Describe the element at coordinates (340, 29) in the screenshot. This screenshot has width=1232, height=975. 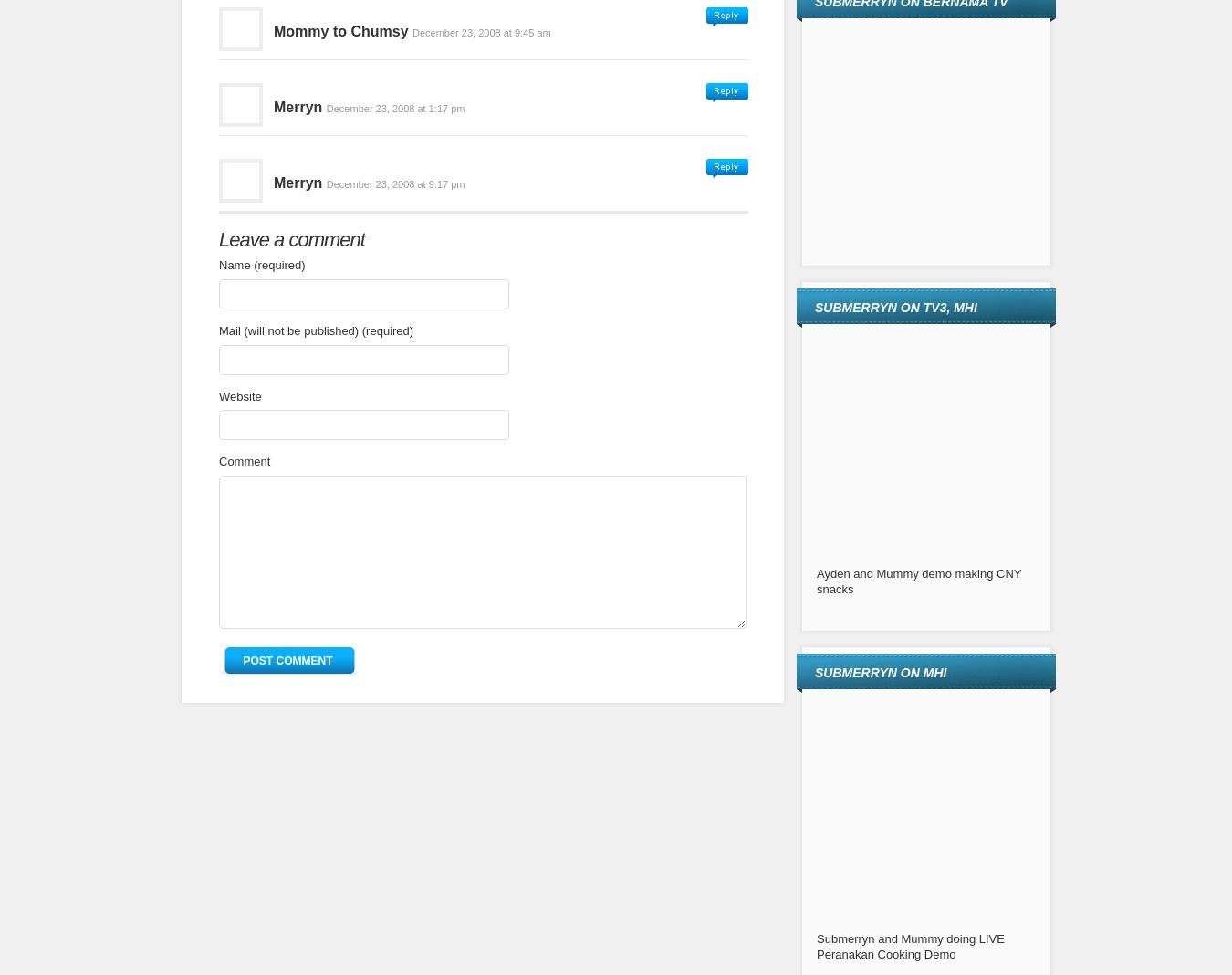
I see `'Mommy to Chumsy'` at that location.